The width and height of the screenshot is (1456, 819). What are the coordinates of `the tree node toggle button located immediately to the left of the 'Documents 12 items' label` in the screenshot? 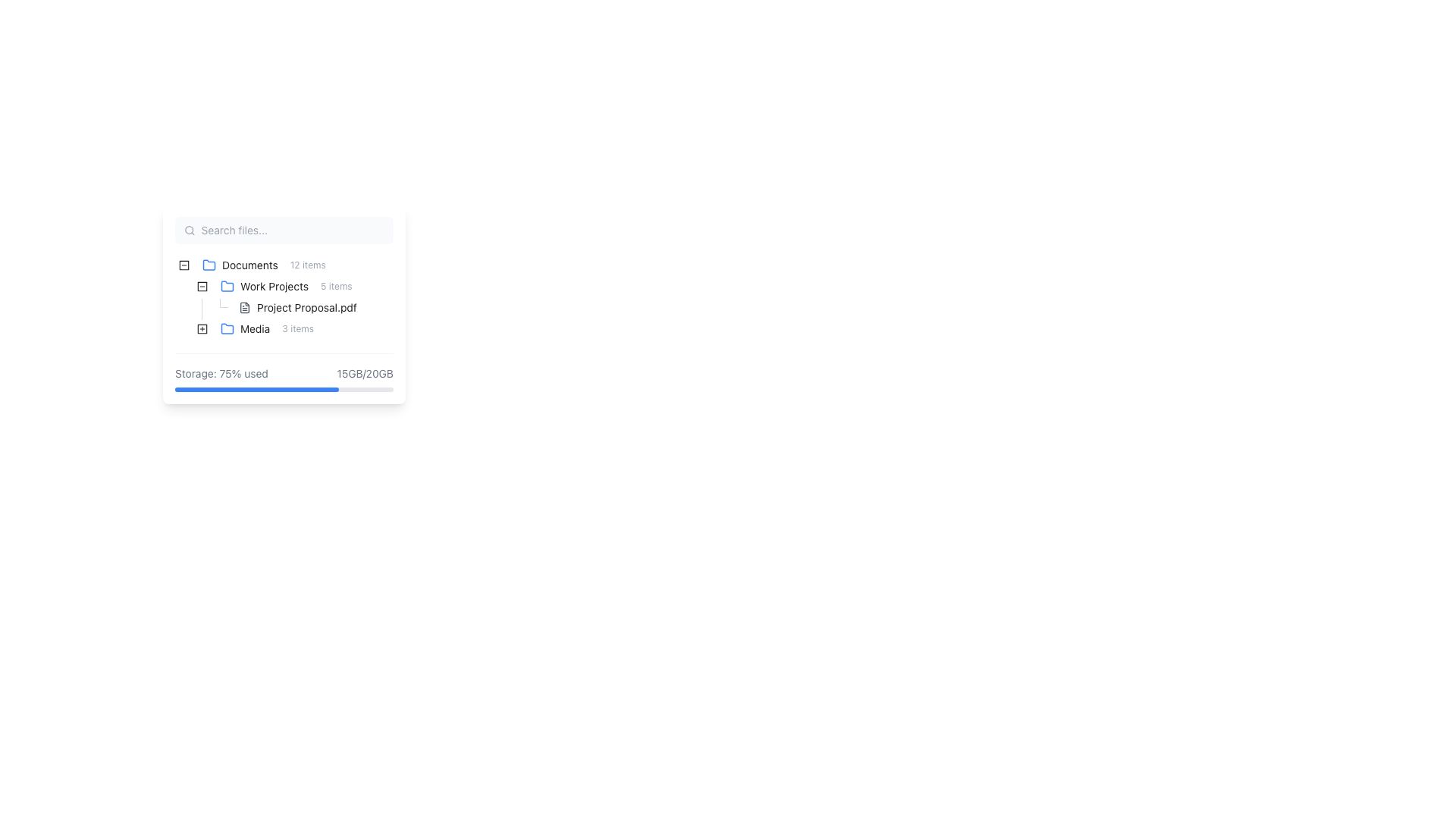 It's located at (184, 265).